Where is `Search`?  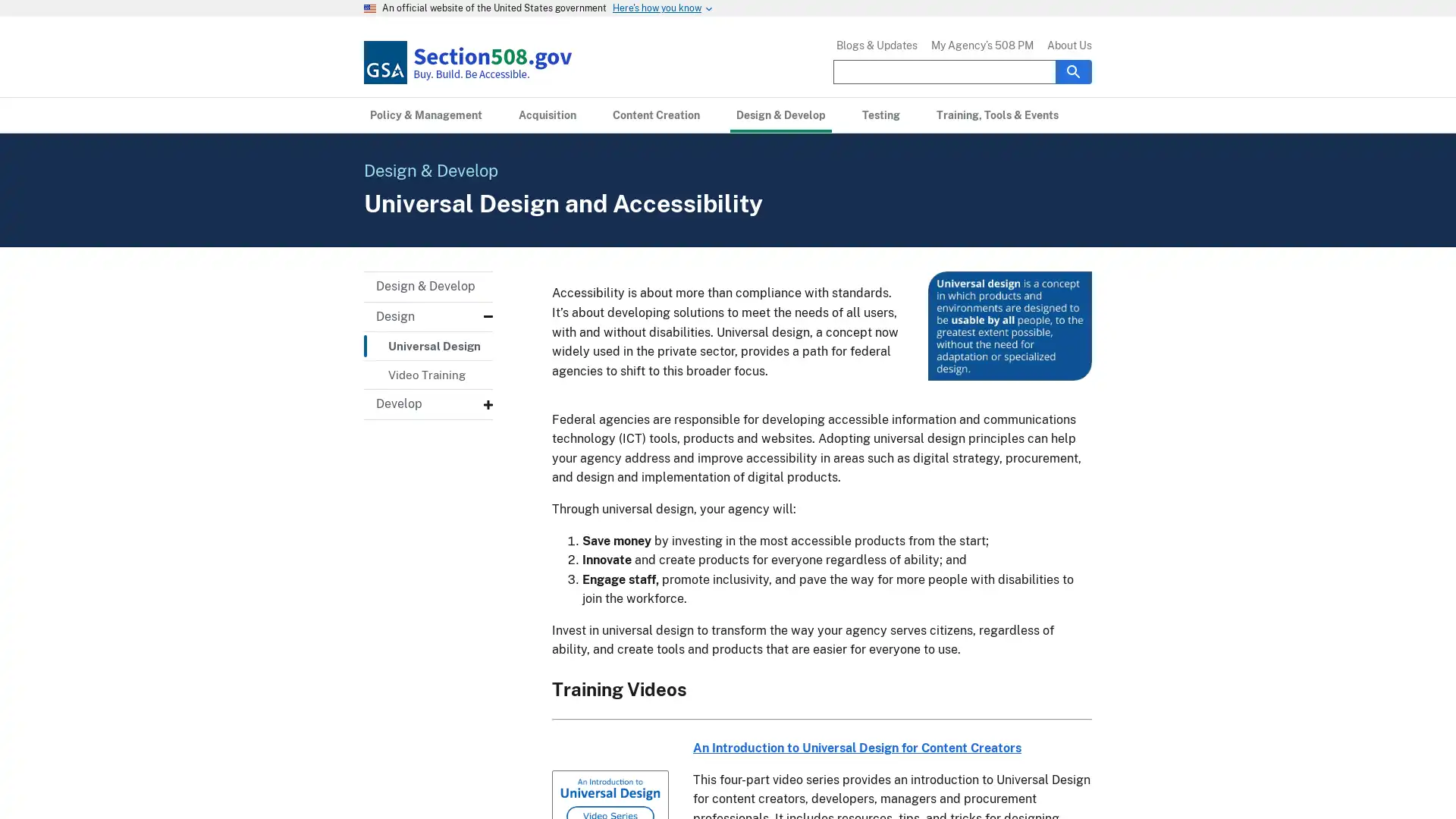
Search is located at coordinates (1073, 71).